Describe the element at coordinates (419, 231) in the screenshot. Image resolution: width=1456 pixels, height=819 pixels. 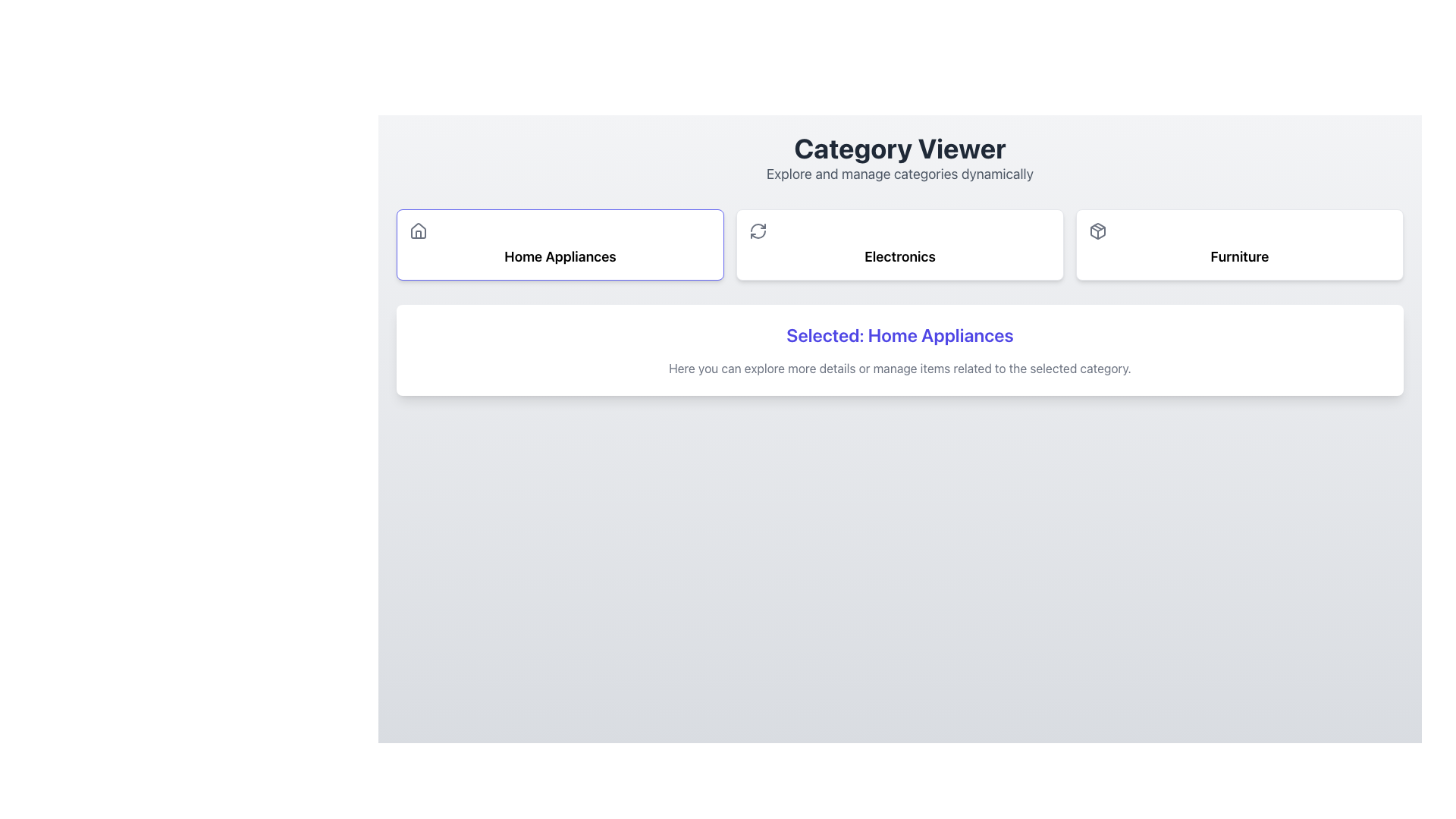
I see `the home appliances icon located in the top-left corner of the 'Home Appliances' button in the category selection menu` at that location.